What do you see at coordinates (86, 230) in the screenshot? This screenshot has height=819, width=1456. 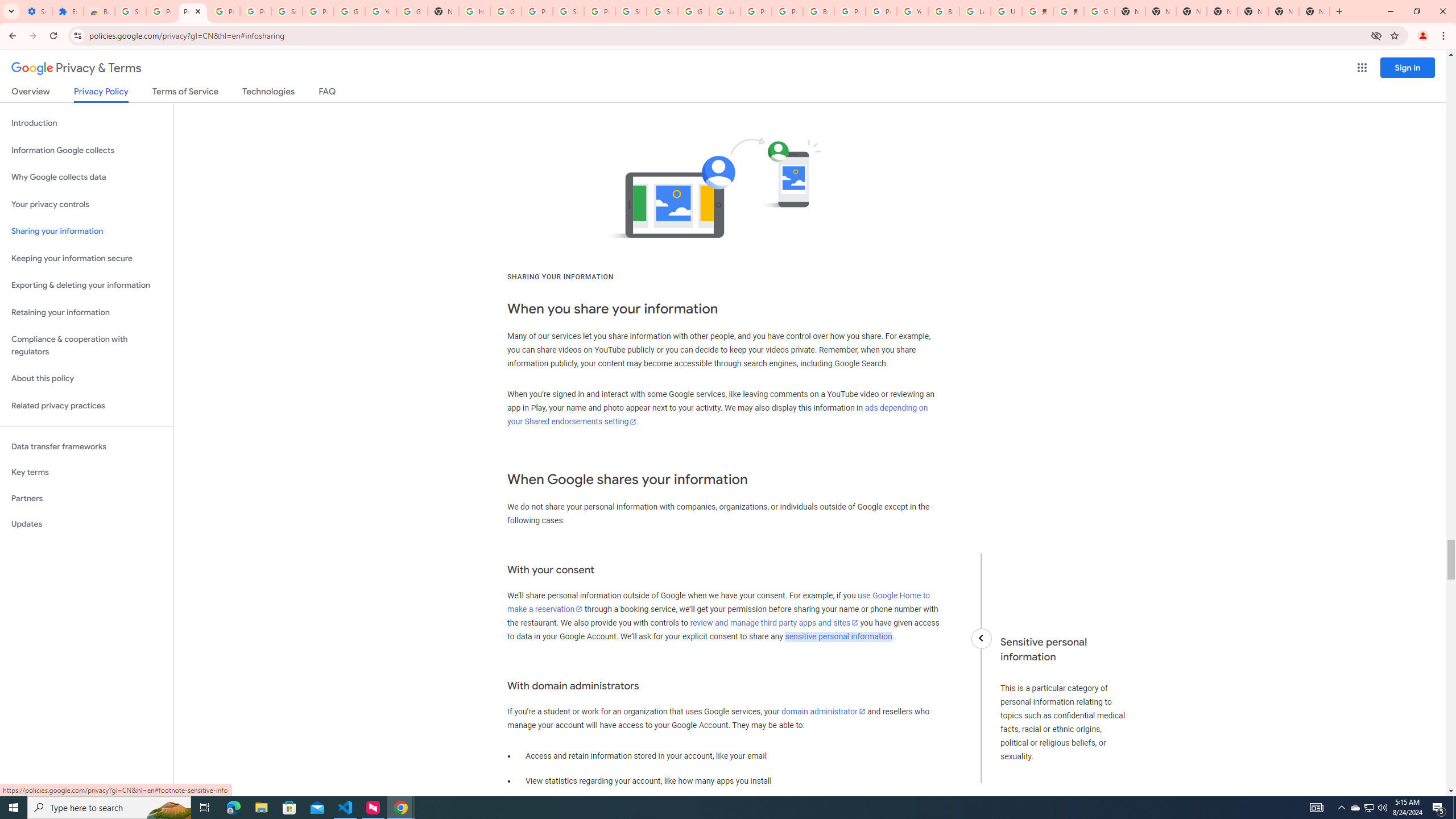 I see `'Sharing your information'` at bounding box center [86, 230].